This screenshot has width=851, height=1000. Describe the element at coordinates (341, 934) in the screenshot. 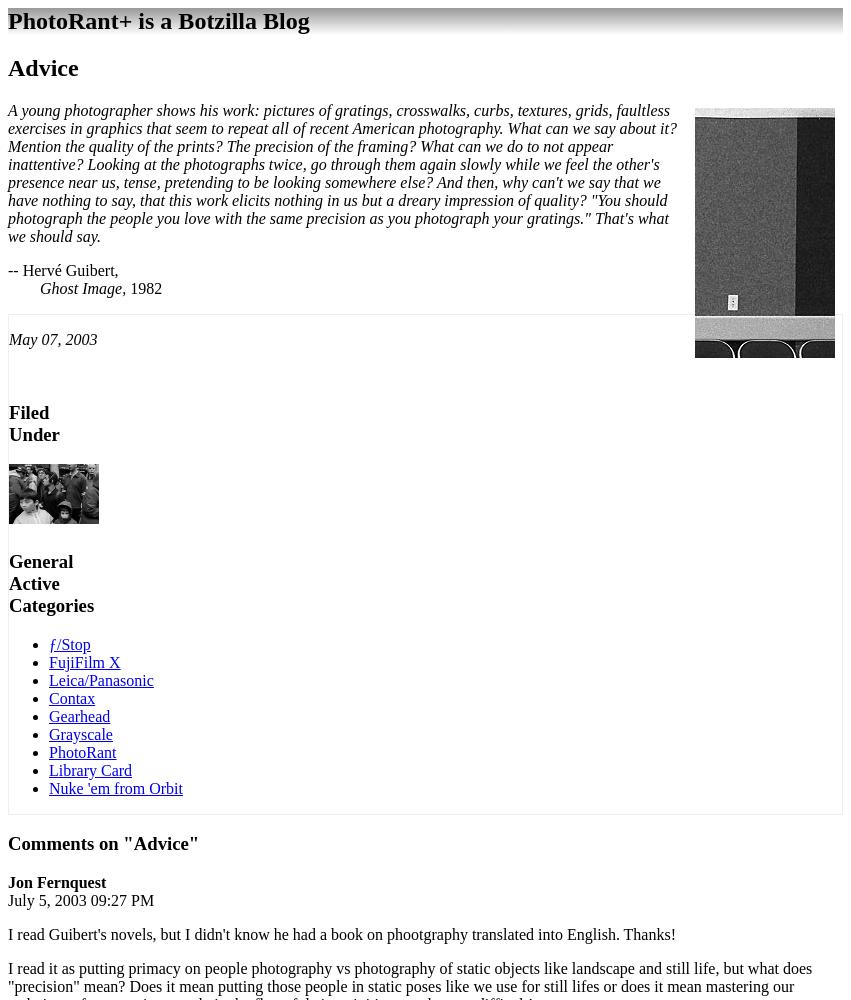

I see `'I read Guibert's novels, but I didn't know he had a book on phootgraphy translated into English. Thanks!'` at that location.